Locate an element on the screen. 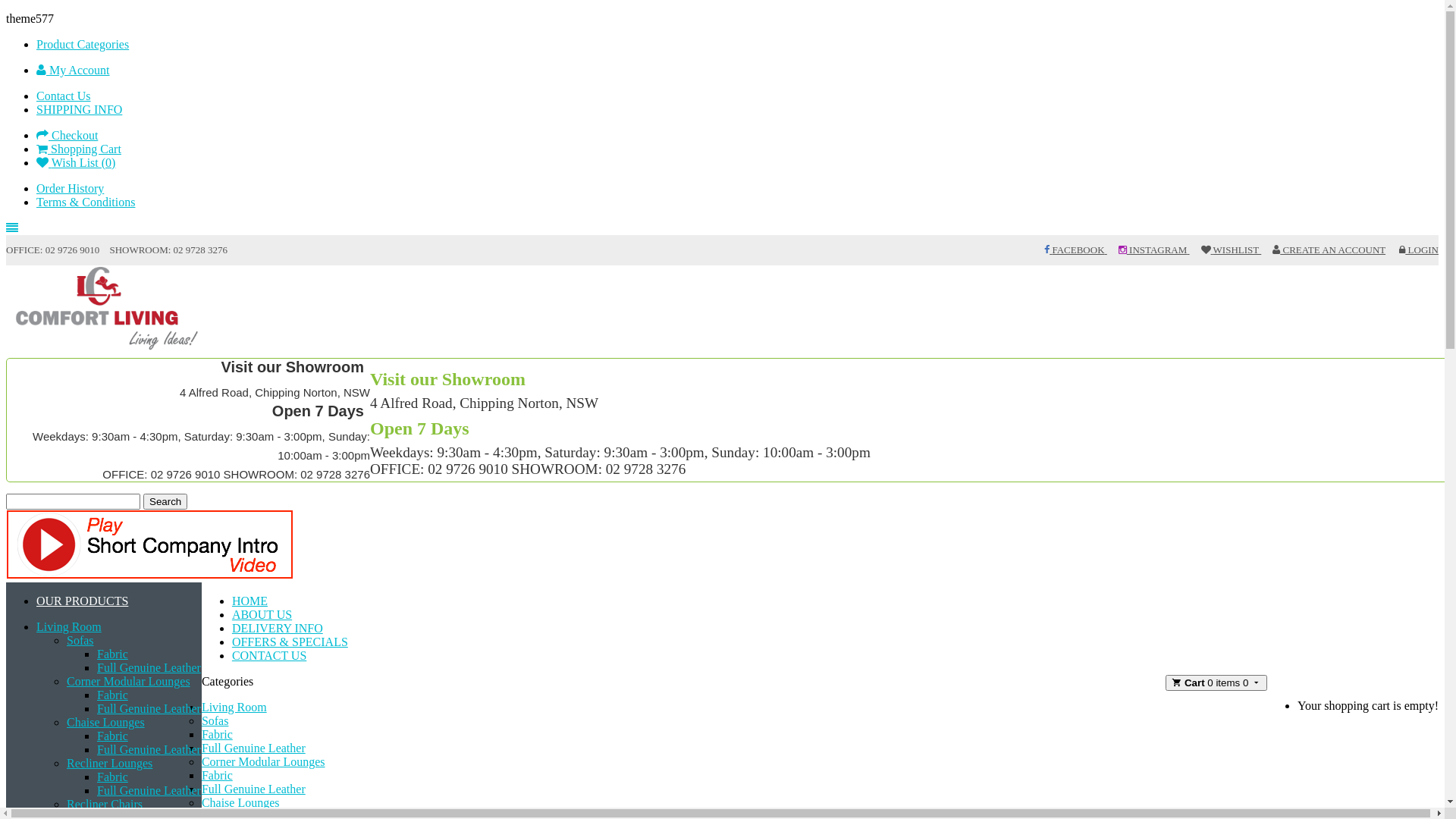 Image resolution: width=1456 pixels, height=819 pixels. 'CREATE AN ACCOUNT' is located at coordinates (1328, 249).